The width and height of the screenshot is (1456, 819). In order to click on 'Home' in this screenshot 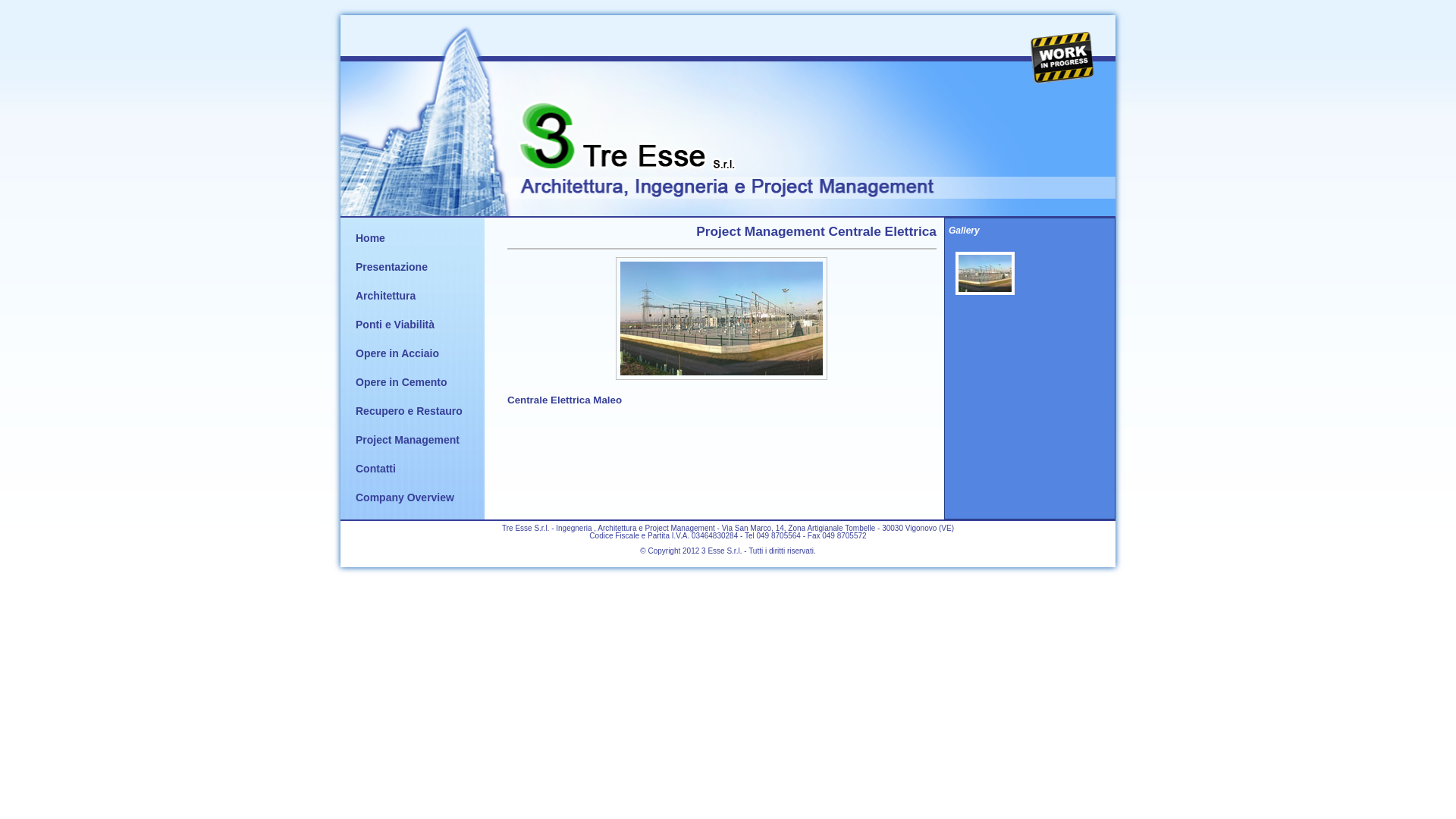, I will do `click(355, 237)`.